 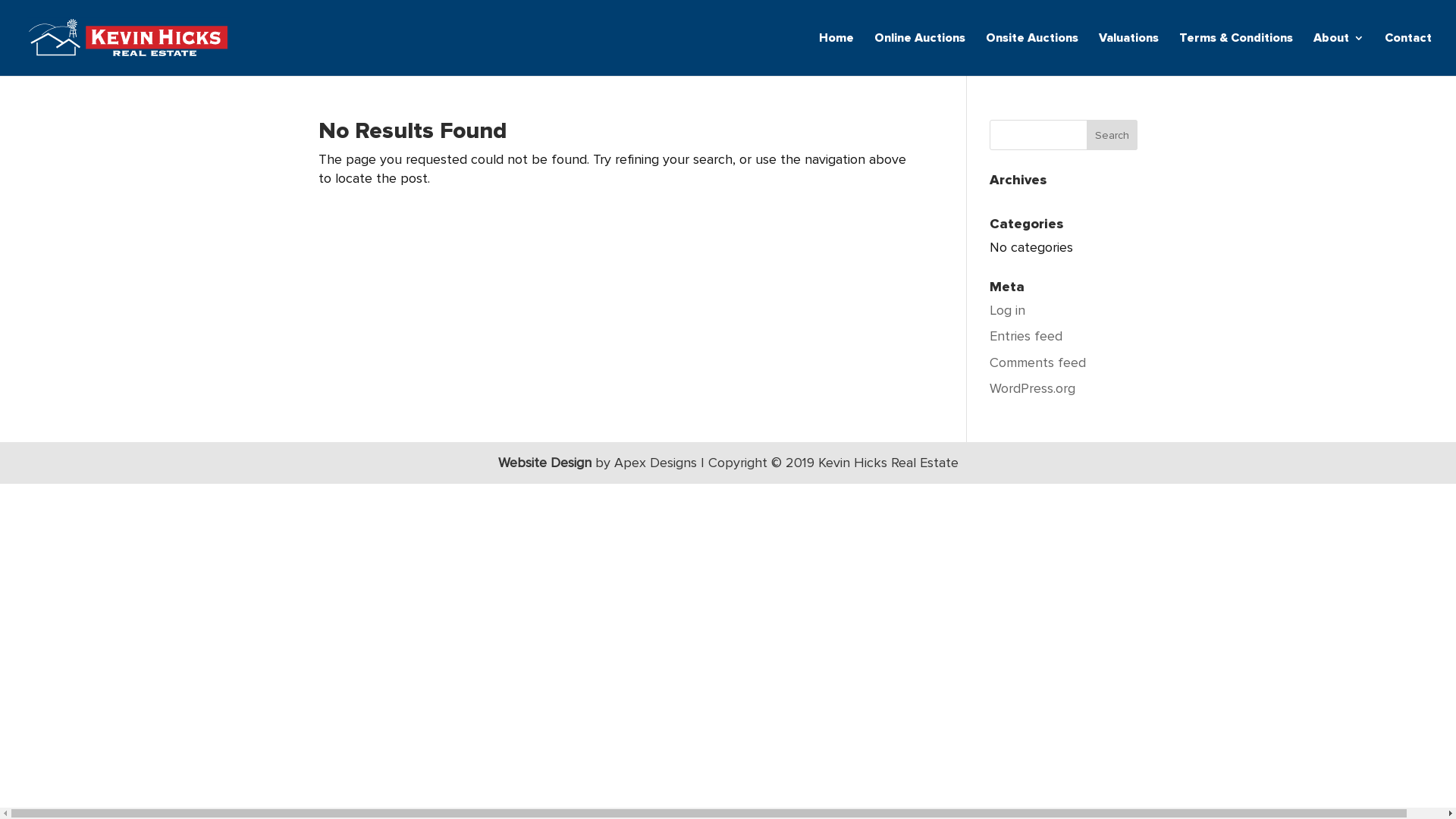 What do you see at coordinates (1313, 53) in the screenshot?
I see `'About'` at bounding box center [1313, 53].